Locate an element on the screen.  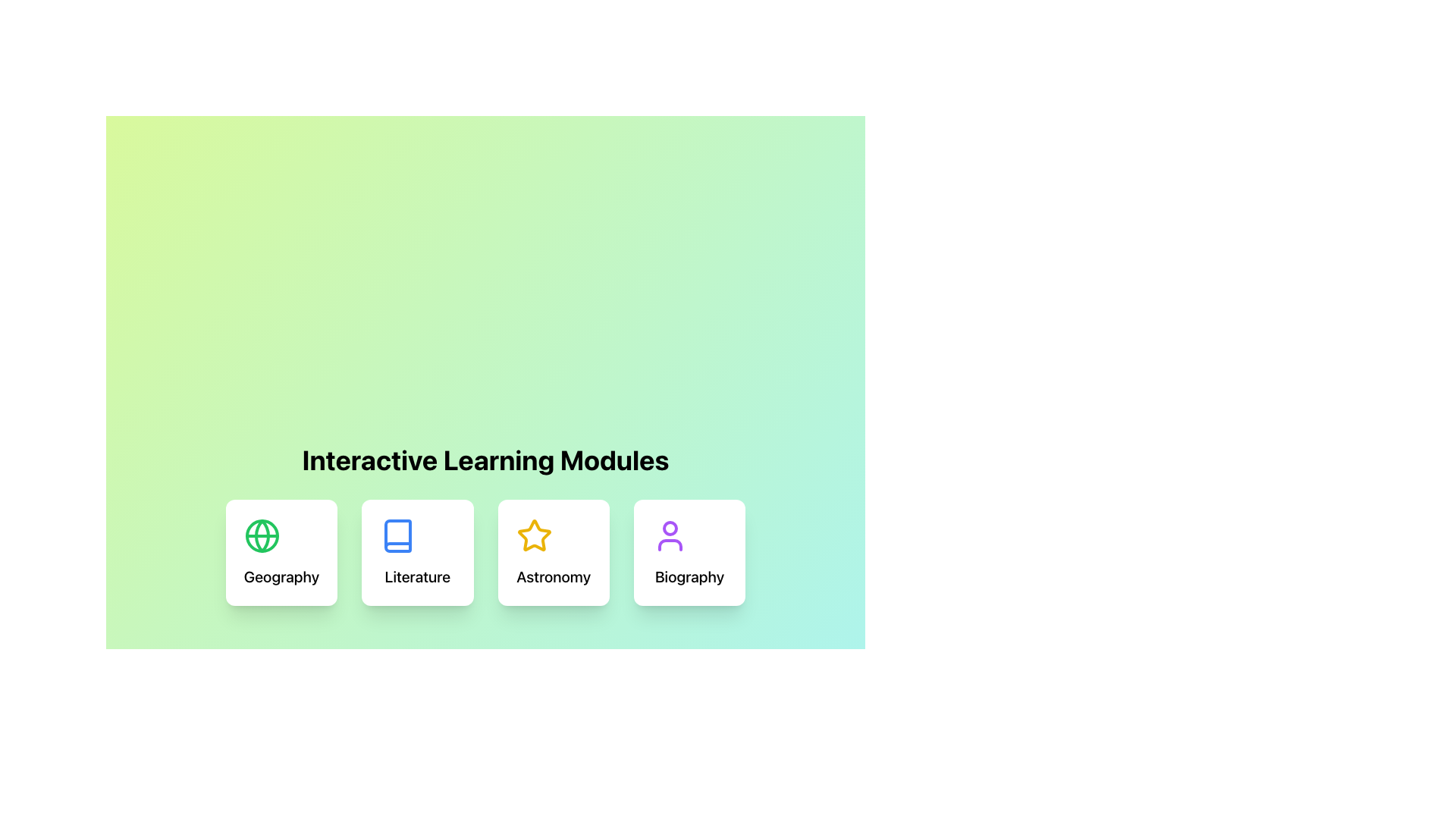
text label displaying 'Astronomy' located below the star icon in the third learning module card within the 'Interactive Learning Modules' section is located at coordinates (553, 576).